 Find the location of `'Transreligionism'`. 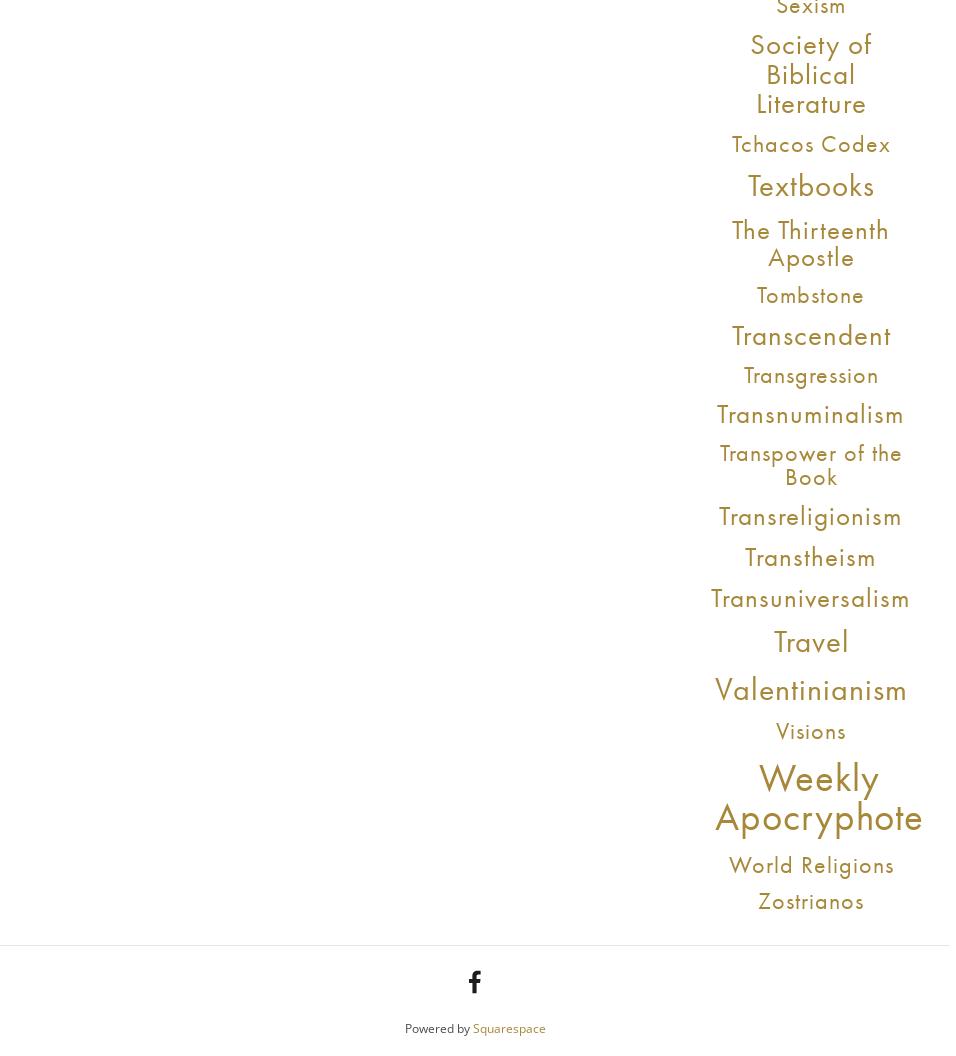

'Transreligionism' is located at coordinates (809, 513).